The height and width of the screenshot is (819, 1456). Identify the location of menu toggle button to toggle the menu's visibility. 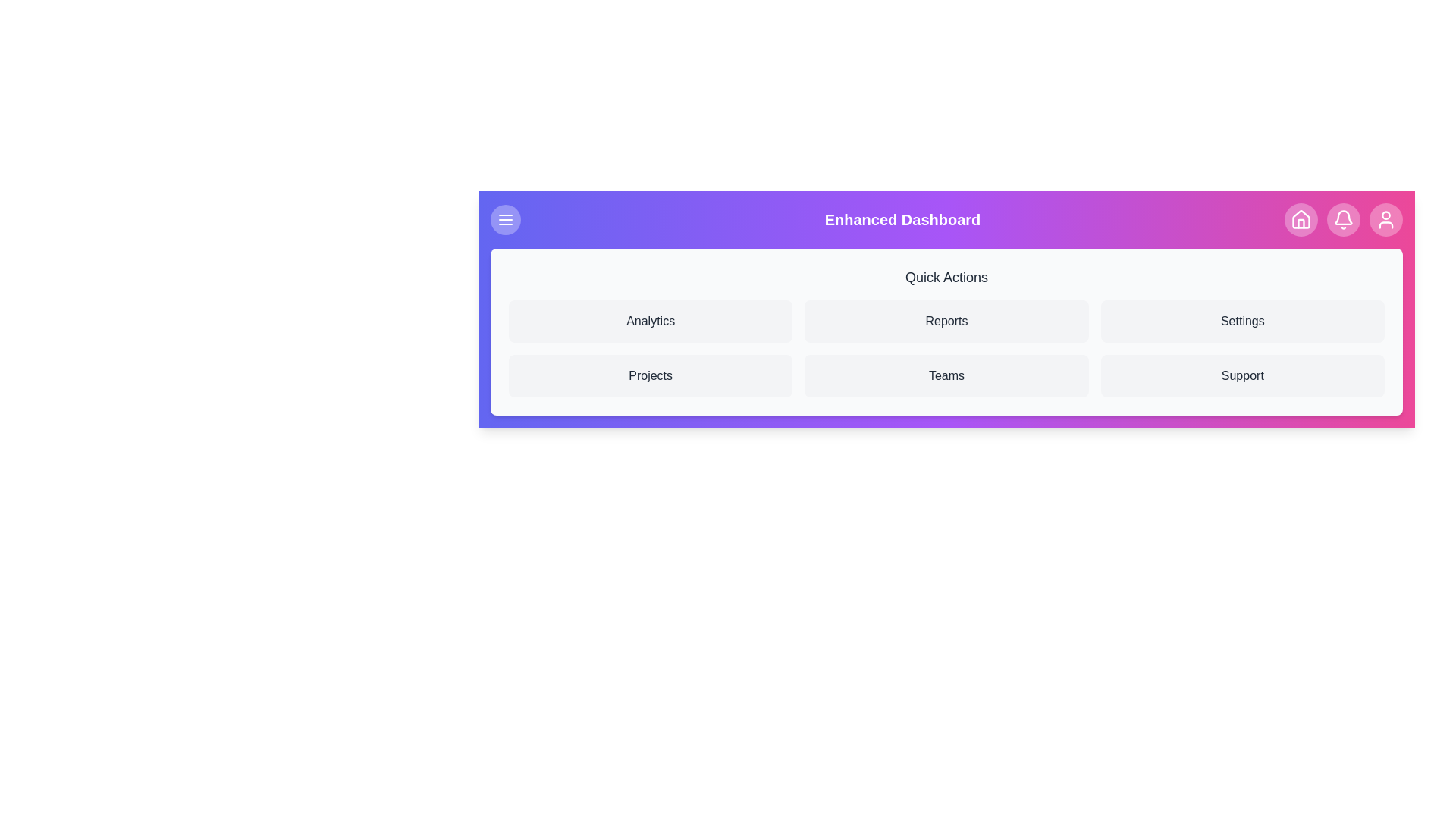
(506, 219).